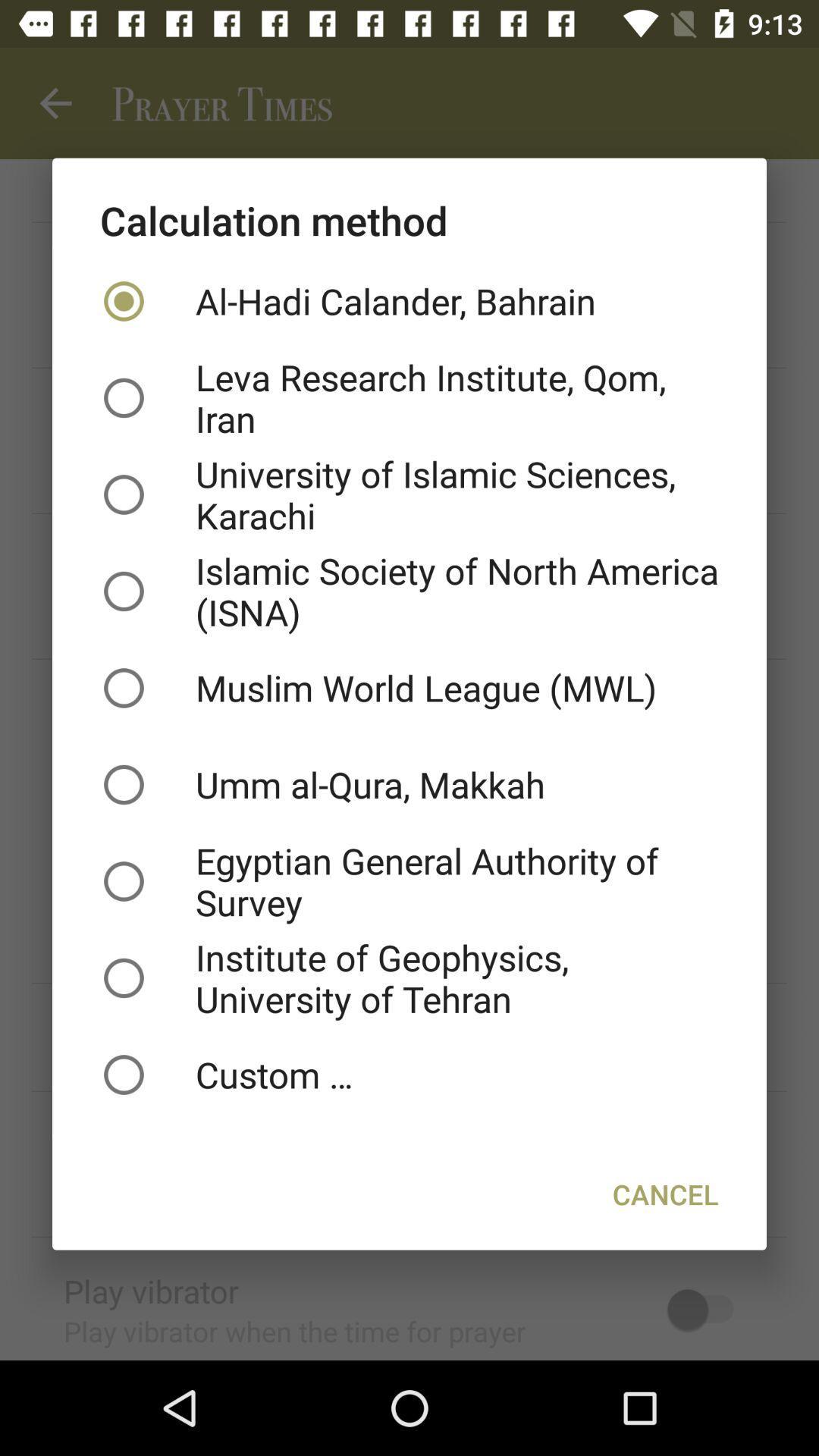  I want to click on cancel item, so click(664, 1193).